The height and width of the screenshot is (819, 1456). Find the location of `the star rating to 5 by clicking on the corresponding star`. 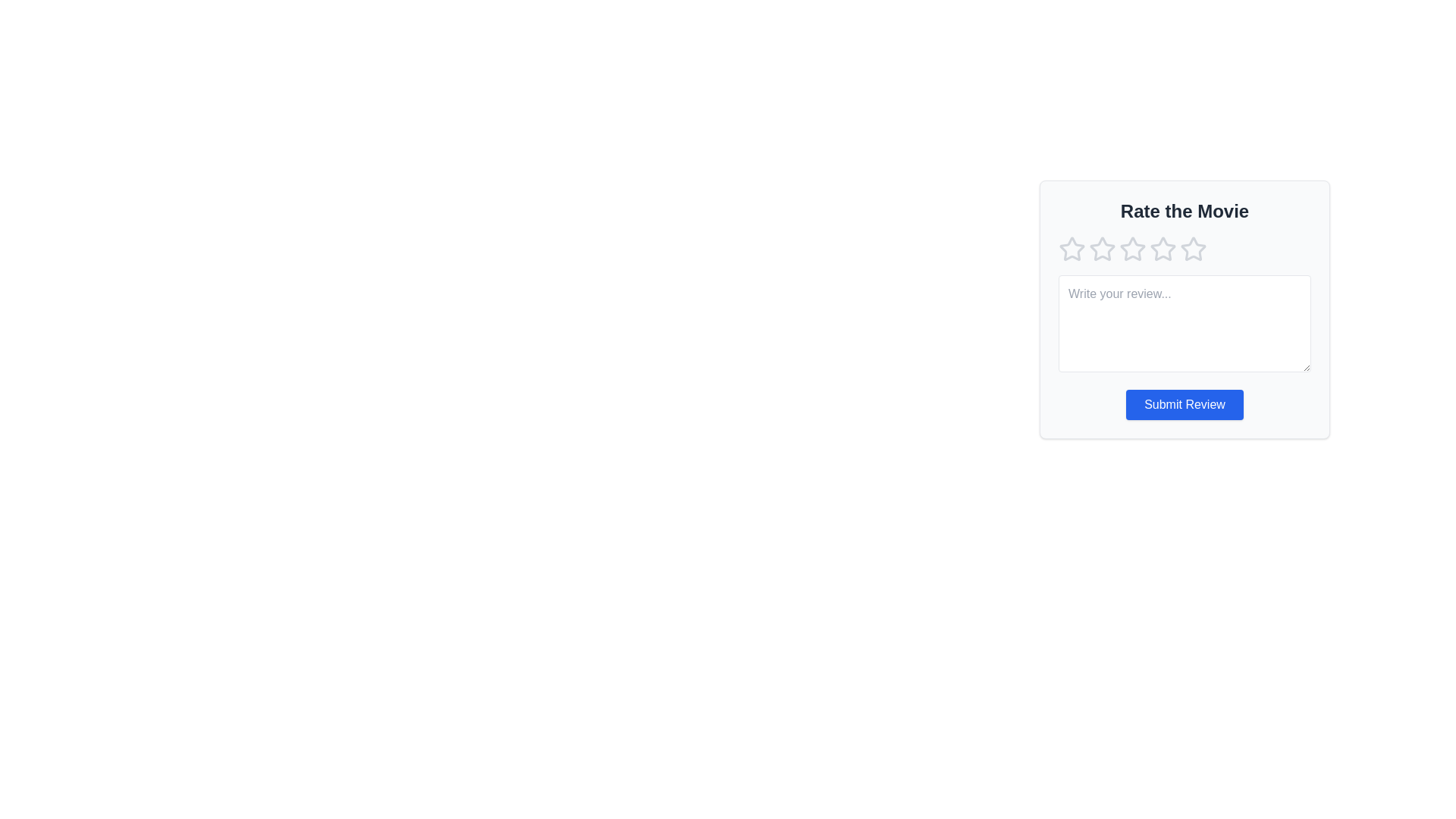

the star rating to 5 by clicking on the corresponding star is located at coordinates (1193, 248).